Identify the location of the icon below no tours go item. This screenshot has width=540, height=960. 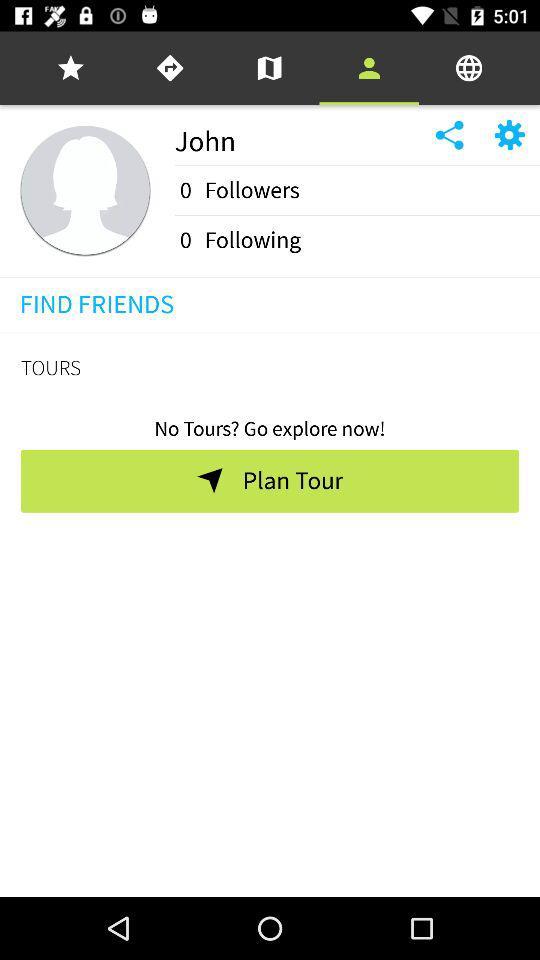
(291, 480).